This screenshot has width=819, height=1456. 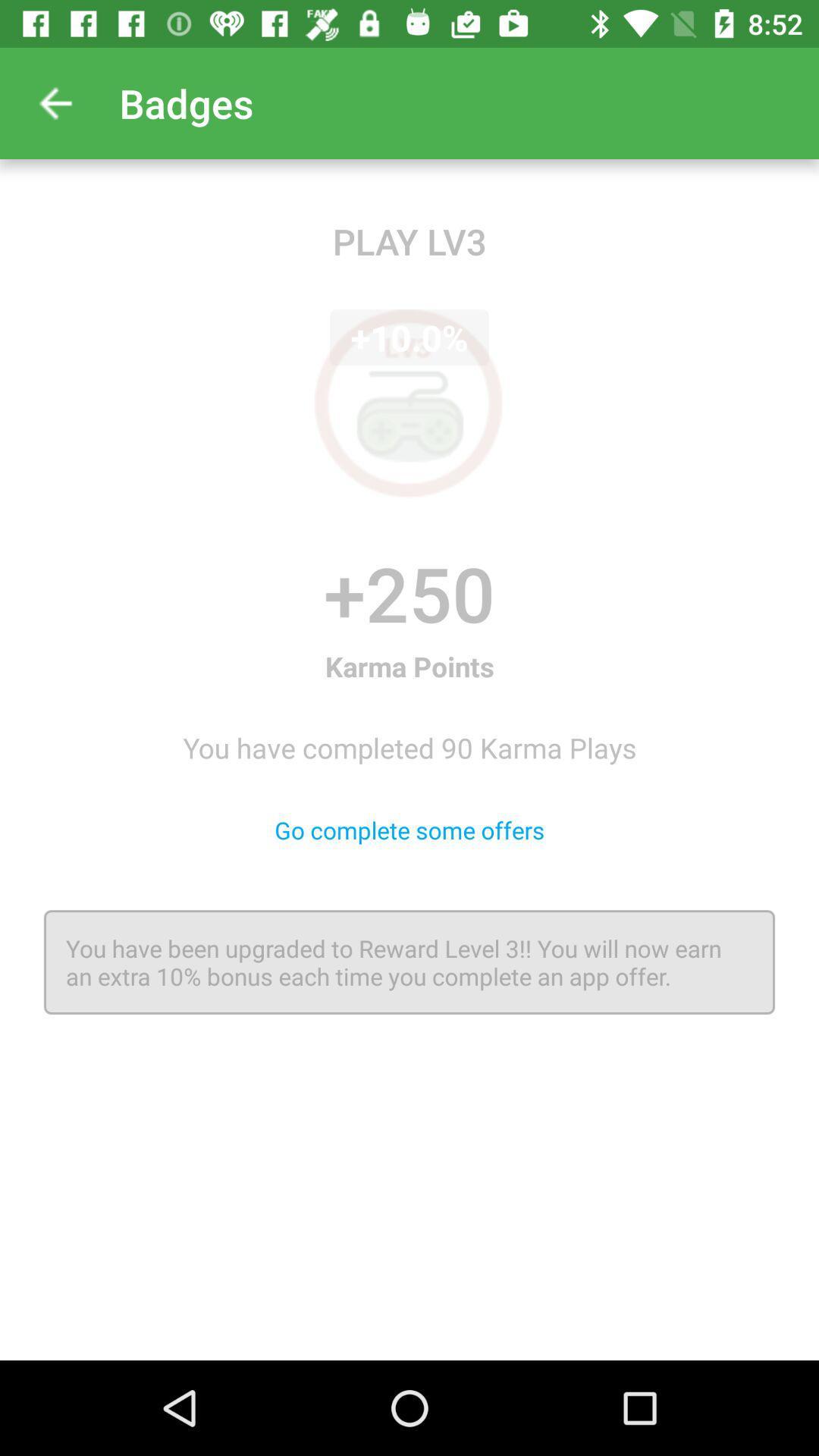 What do you see at coordinates (55, 102) in the screenshot?
I see `icon above play lv3 item` at bounding box center [55, 102].